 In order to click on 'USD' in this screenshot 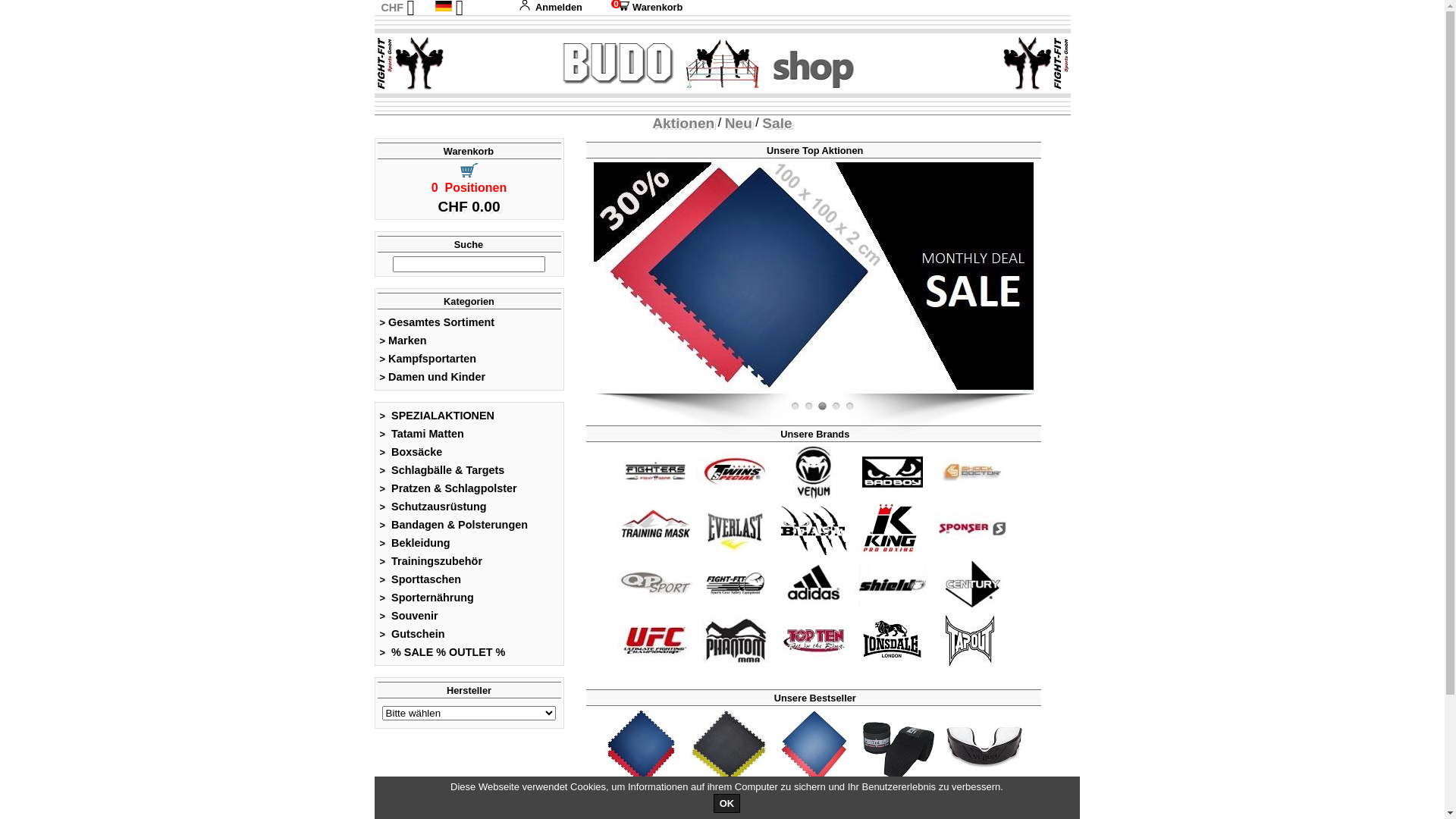, I will do `click(391, 38)`.